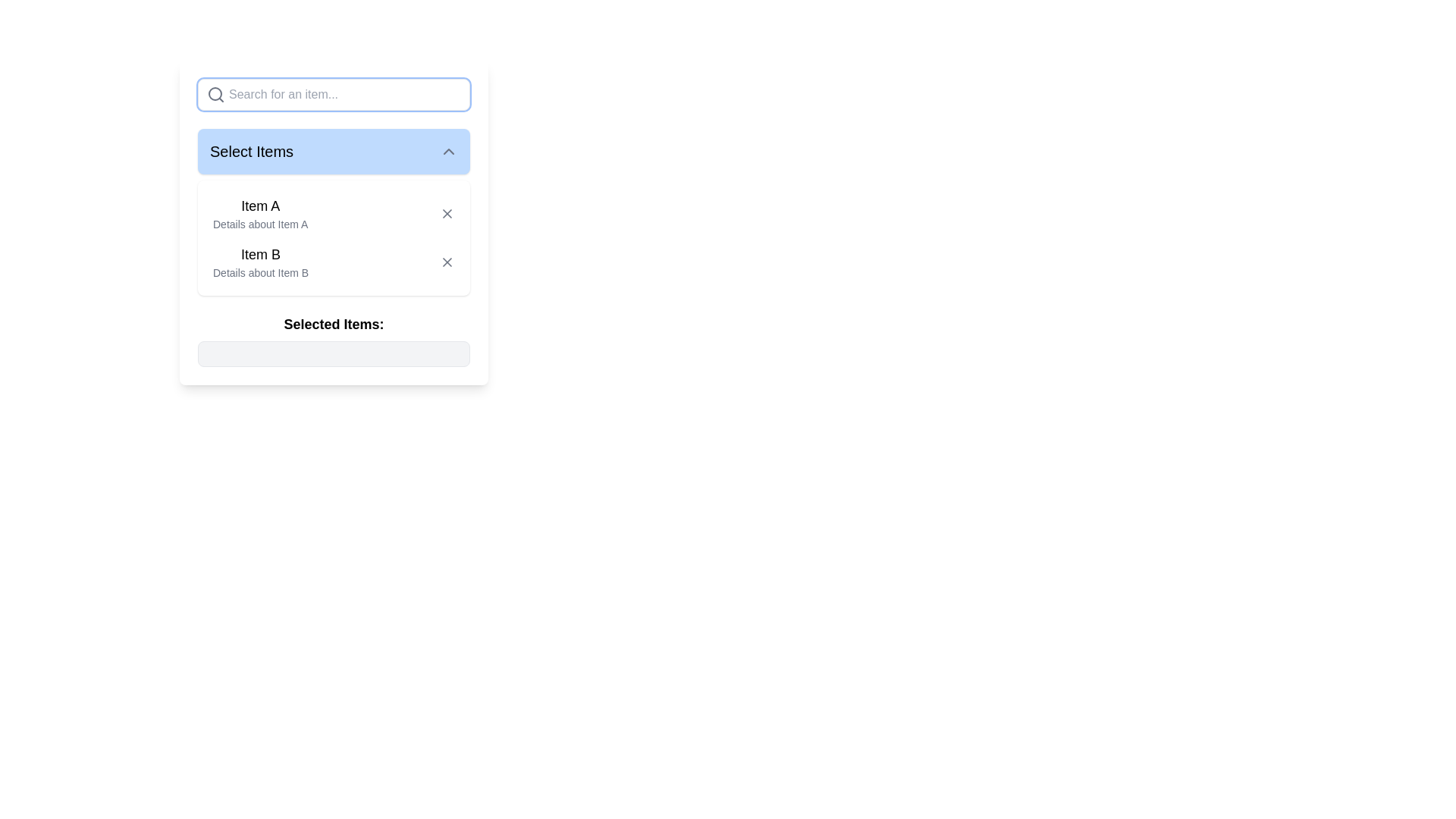 This screenshot has width=1456, height=819. Describe the element at coordinates (447, 152) in the screenshot. I see `the Icon button located to the right-hand side of the blue highlighted 'Select Items' selection box` at that location.